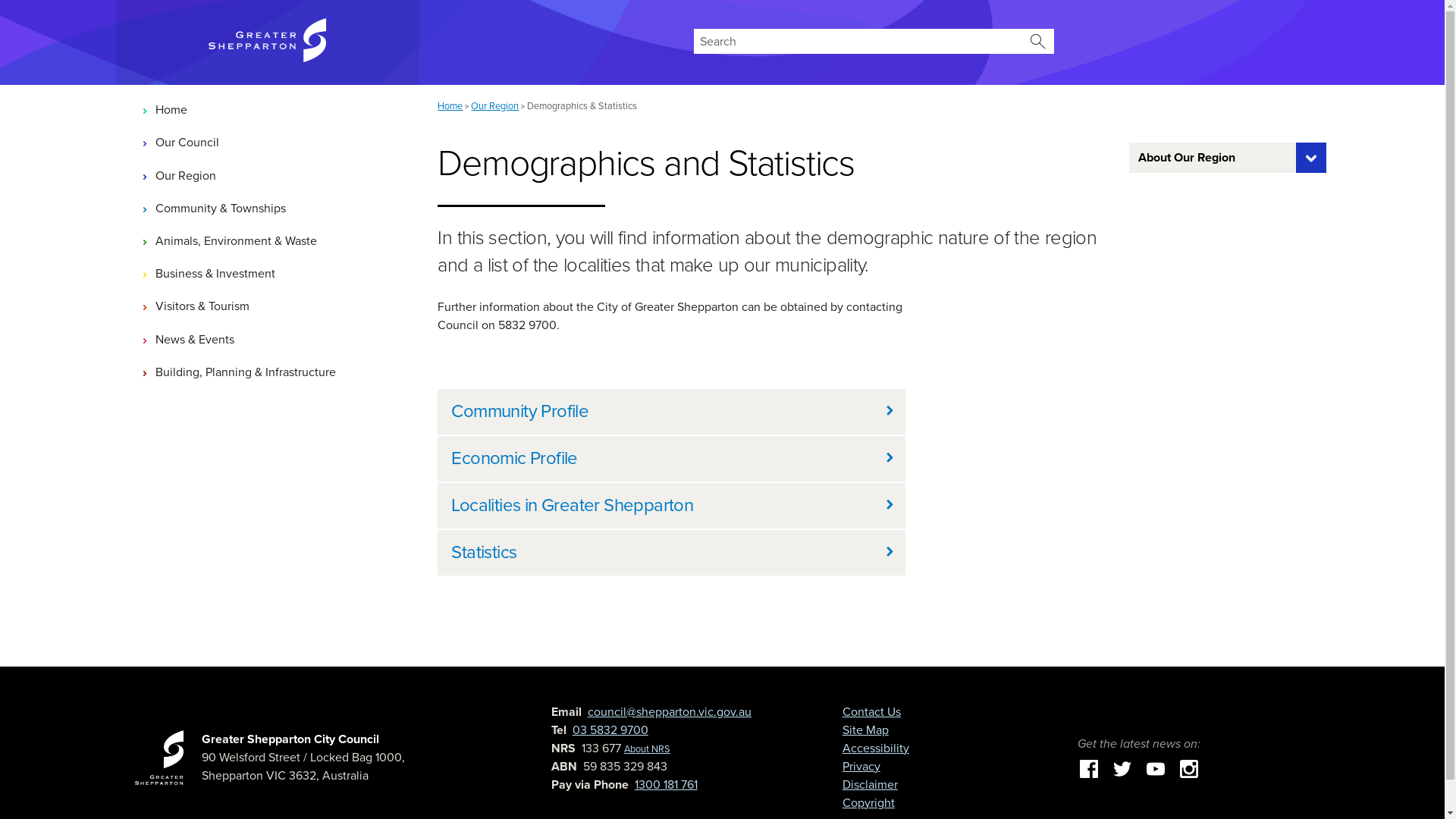  I want to click on 'Greater Shepparton City Council', so click(200, 739).